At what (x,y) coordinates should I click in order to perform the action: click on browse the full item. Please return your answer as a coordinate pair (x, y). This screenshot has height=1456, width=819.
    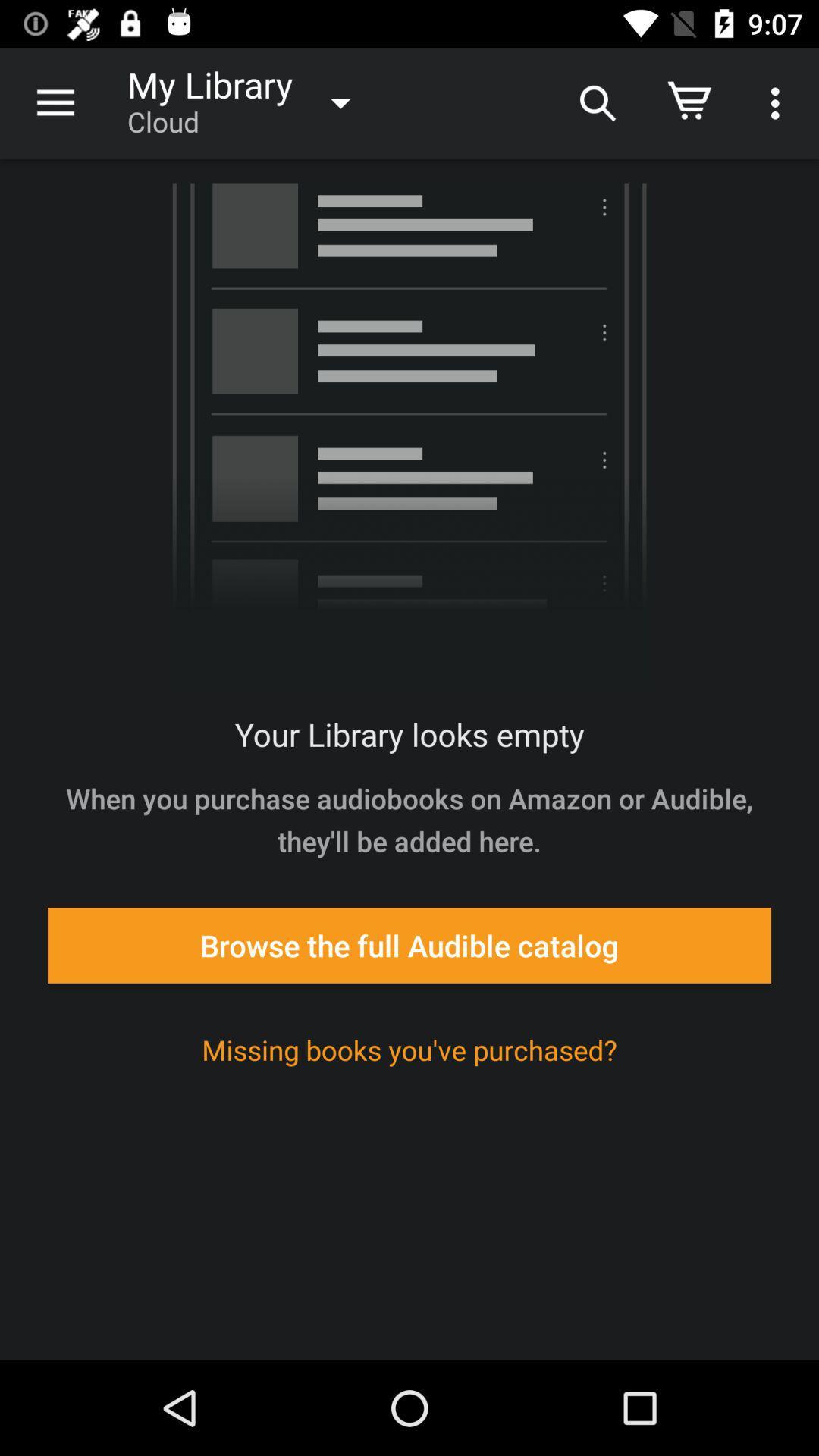
    Looking at the image, I should click on (409, 944).